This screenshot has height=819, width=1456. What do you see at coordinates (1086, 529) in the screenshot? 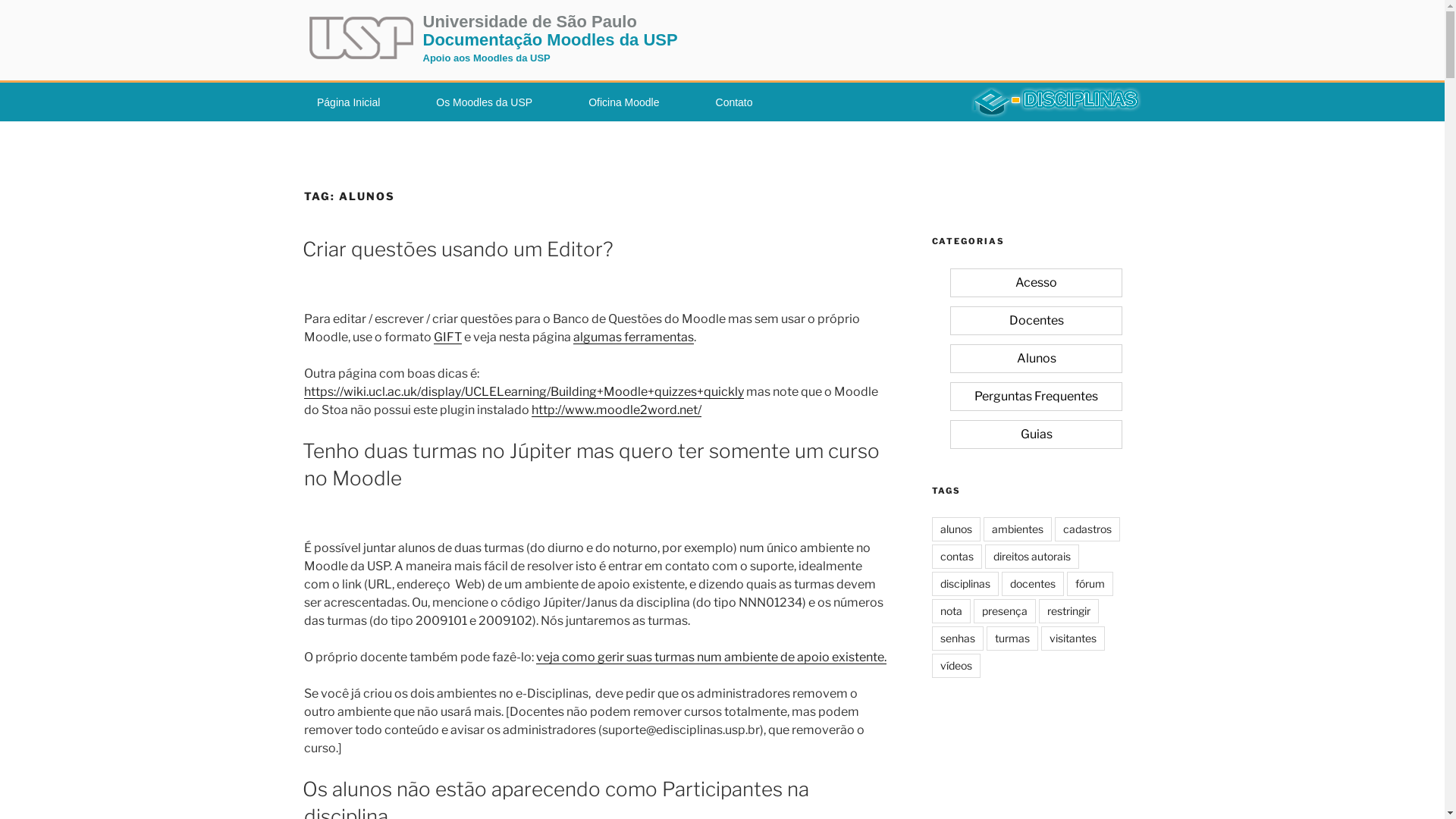
I see `'cadastros'` at bounding box center [1086, 529].